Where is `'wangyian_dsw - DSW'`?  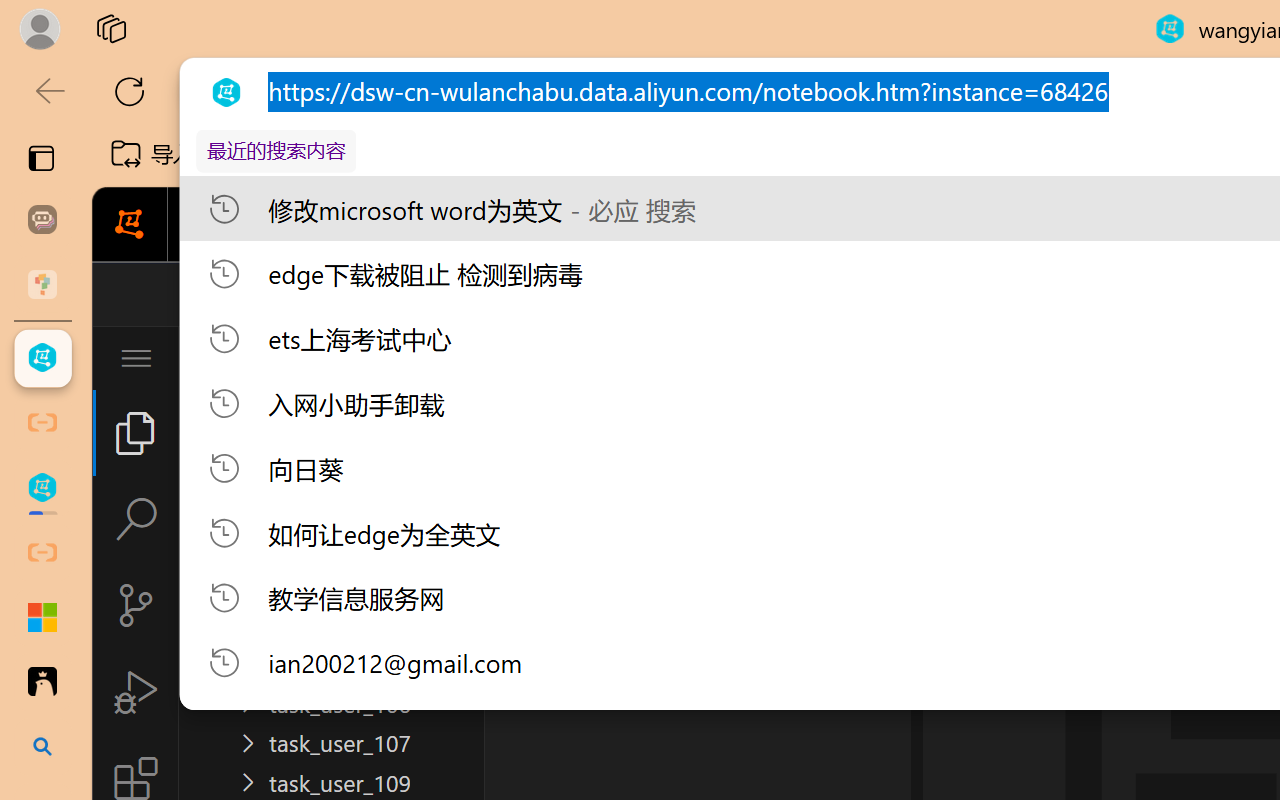
'wangyian_dsw - DSW' is located at coordinates (42, 358).